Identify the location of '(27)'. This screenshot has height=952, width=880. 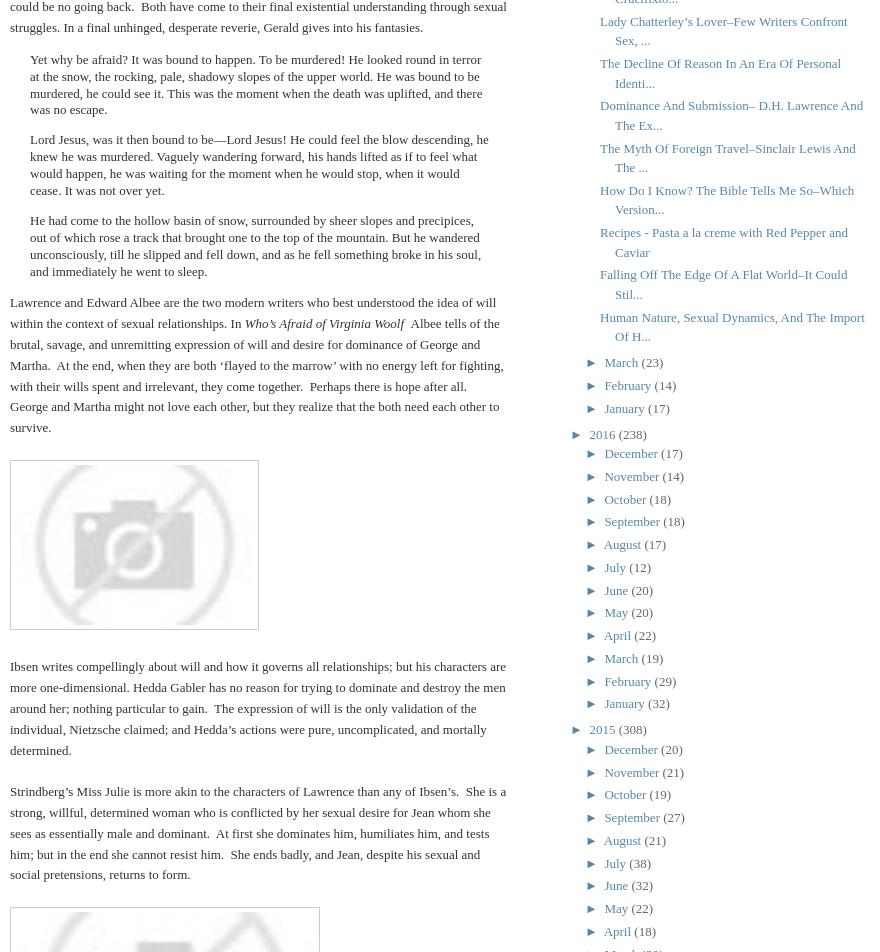
(661, 817).